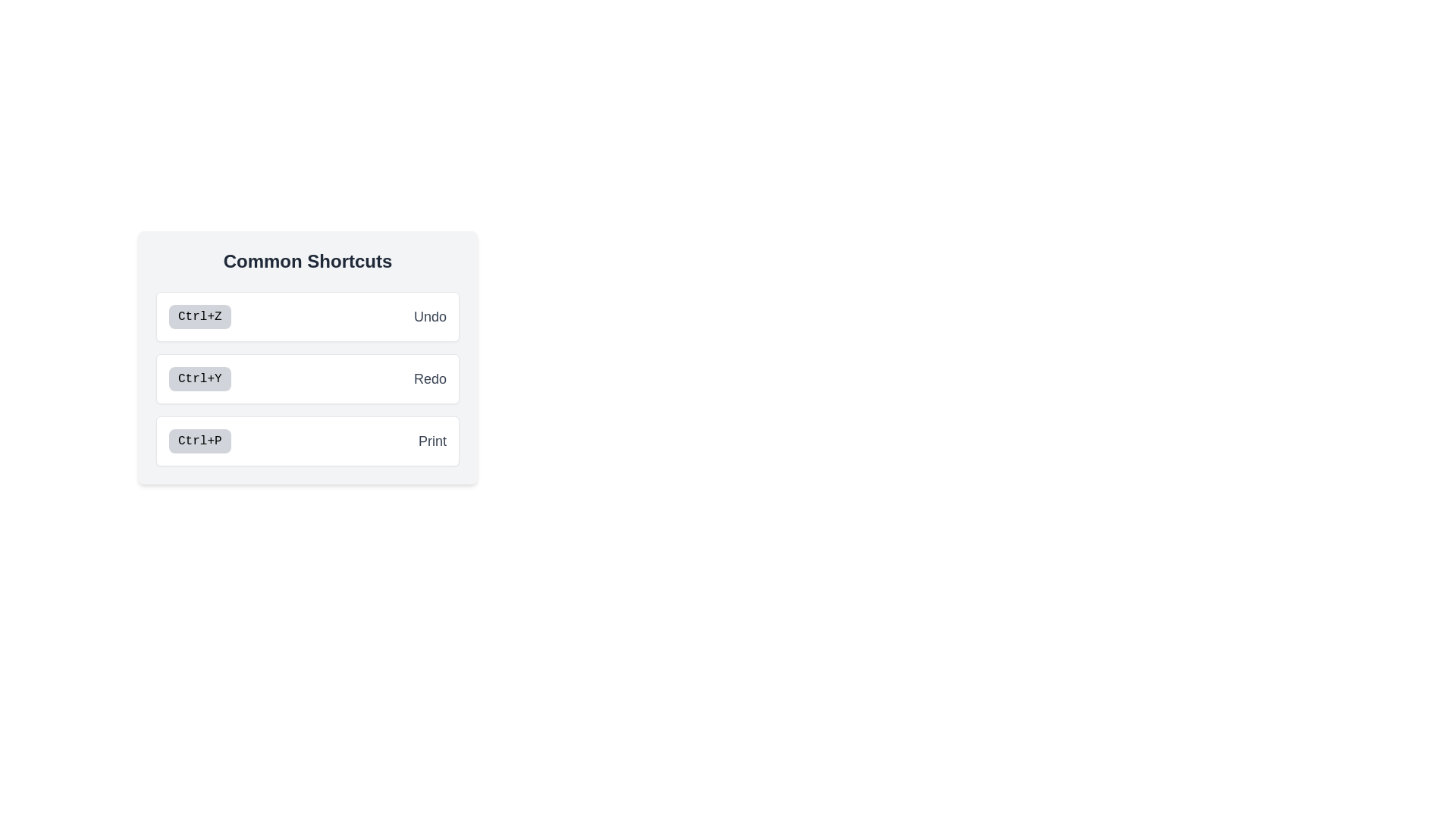  I want to click on the text label that describes the 'Ctrl+Z' keyboard shortcut, indicating its purpose as 'Undo', which is located in the first row of a panel listing keyboard shortcuts, so click(429, 315).